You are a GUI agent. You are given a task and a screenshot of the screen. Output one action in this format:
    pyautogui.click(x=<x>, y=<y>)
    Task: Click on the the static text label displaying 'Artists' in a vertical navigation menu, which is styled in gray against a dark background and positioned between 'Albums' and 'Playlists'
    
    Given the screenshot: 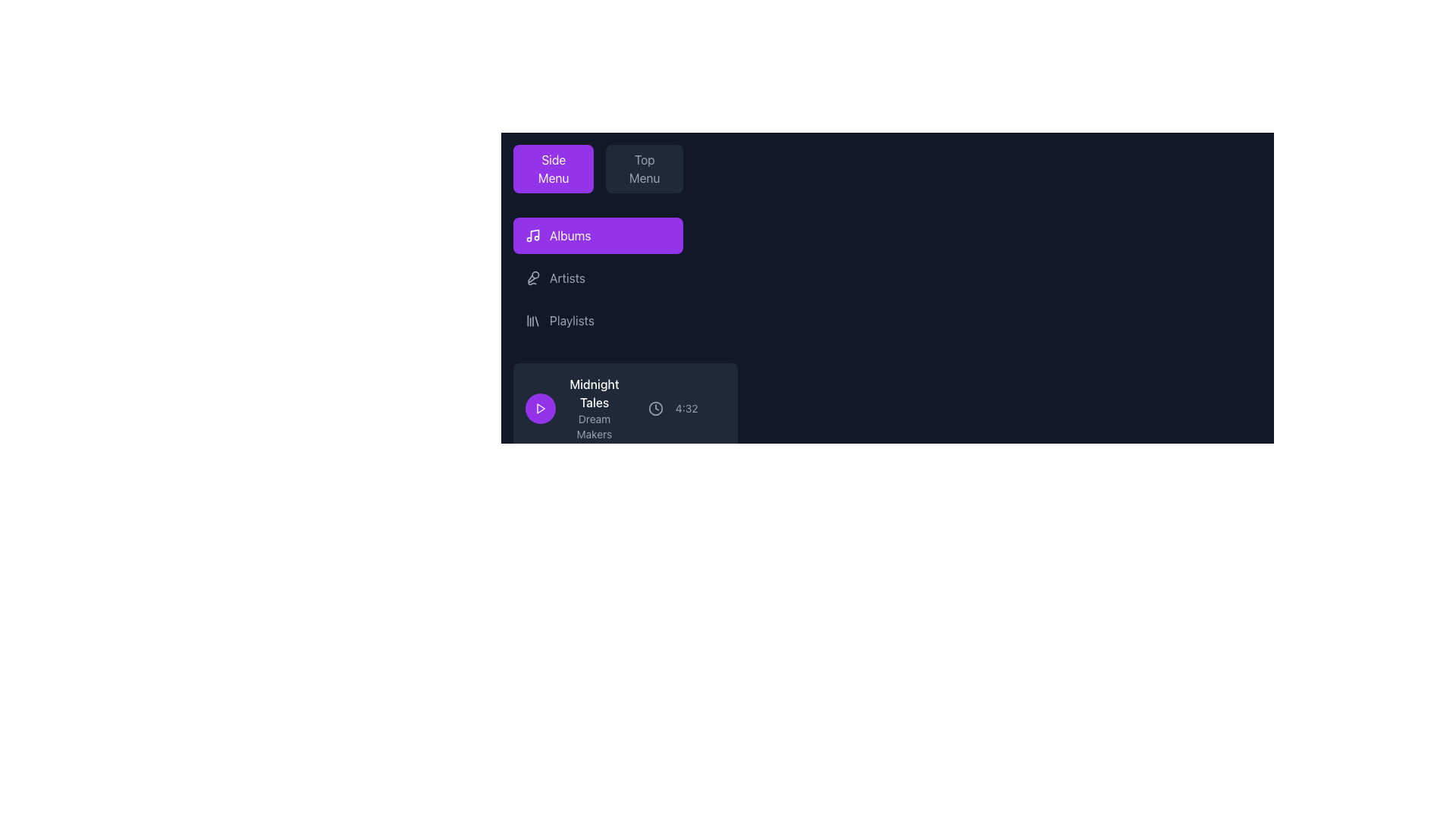 What is the action you would take?
    pyautogui.click(x=566, y=278)
    